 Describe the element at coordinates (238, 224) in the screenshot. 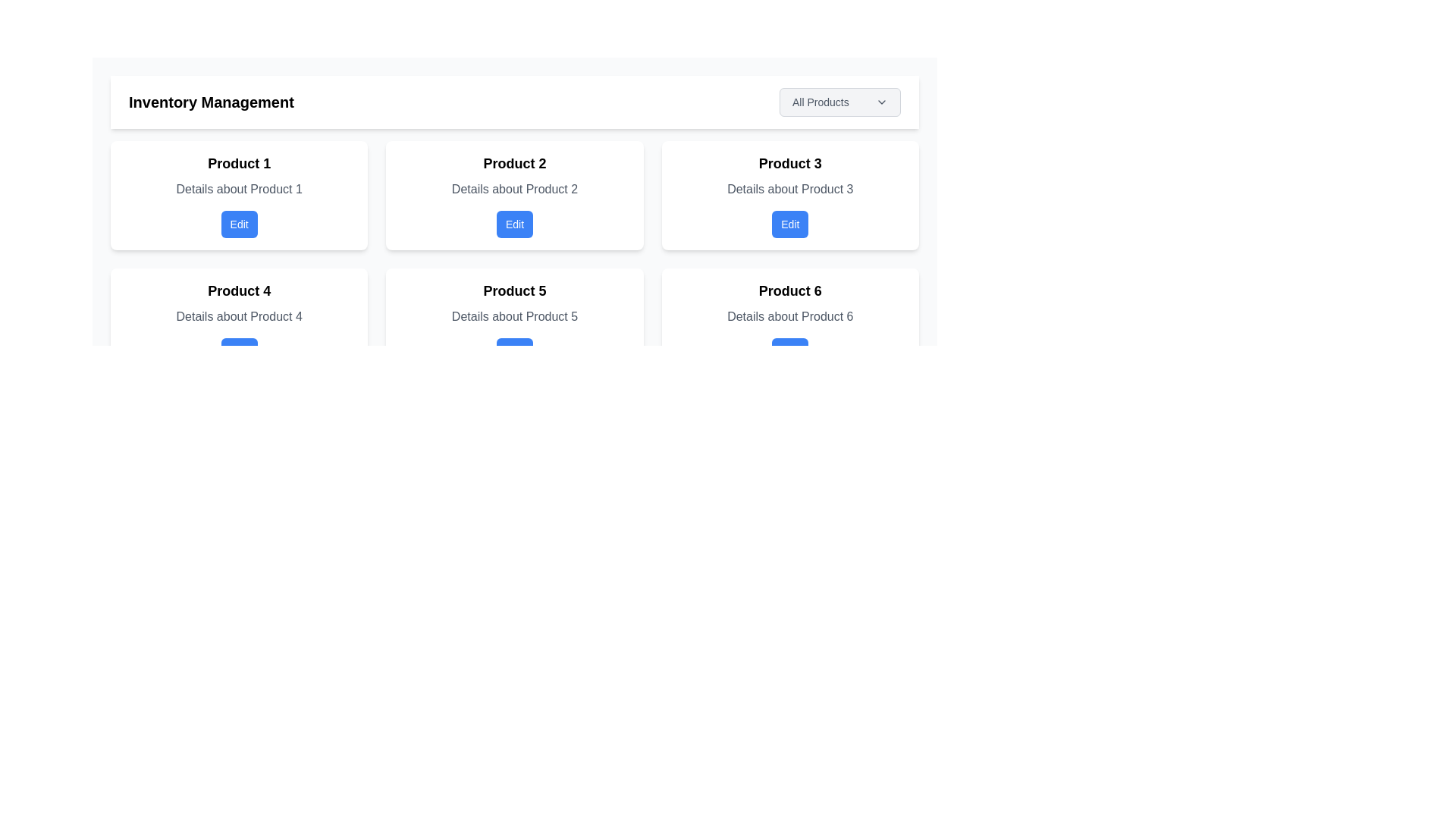

I see `the 'Edit' button, a small rectangular button with rounded corners in bold blue, located within the 'Product 1' card` at that location.